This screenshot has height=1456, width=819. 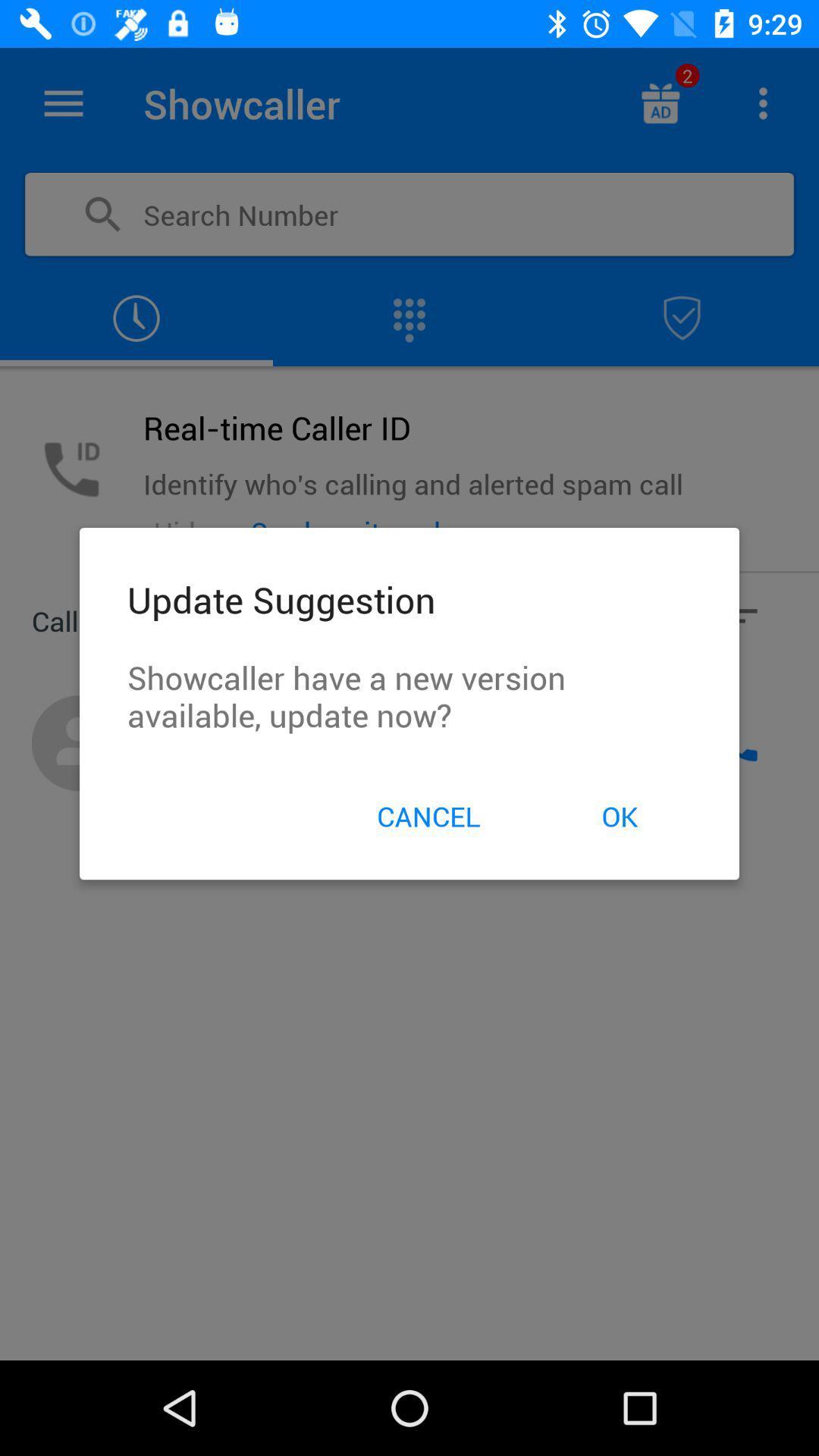 I want to click on the ok item, so click(x=620, y=815).